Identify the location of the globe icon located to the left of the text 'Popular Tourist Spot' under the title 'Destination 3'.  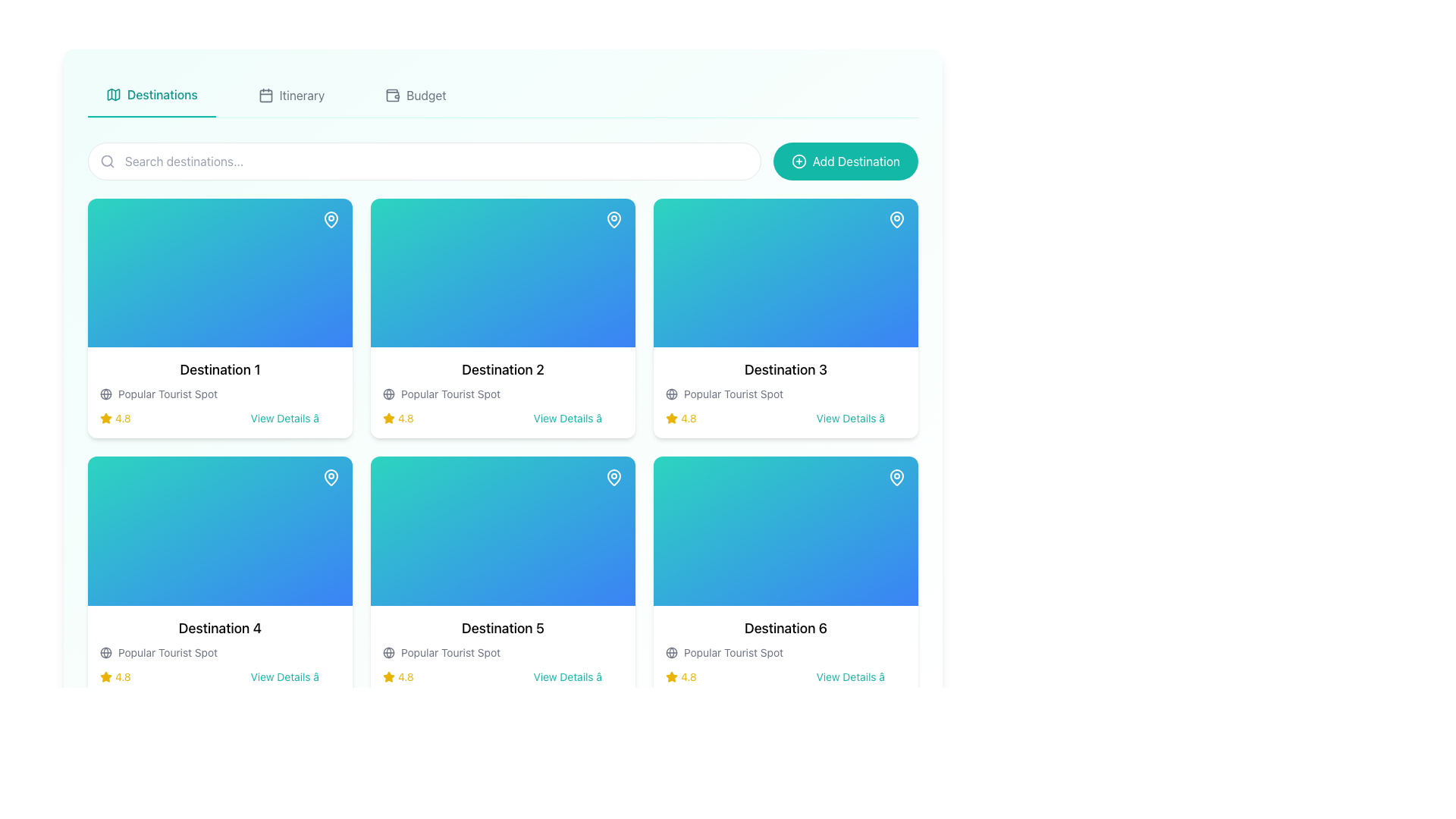
(105, 394).